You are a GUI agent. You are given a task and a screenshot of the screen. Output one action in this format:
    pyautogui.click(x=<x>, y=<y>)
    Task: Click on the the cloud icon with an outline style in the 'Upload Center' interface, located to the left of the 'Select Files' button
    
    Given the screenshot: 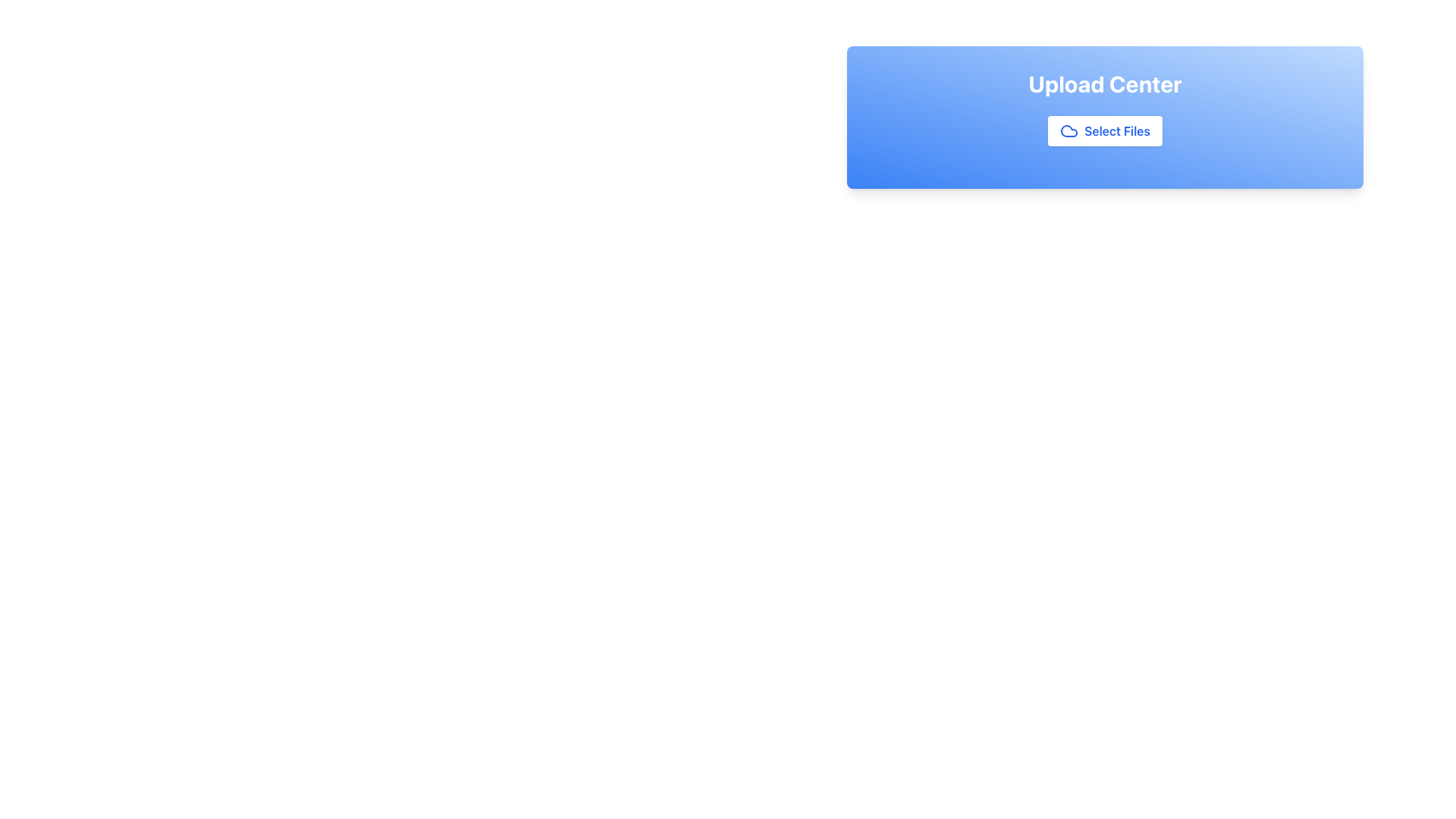 What is the action you would take?
    pyautogui.click(x=1068, y=130)
    